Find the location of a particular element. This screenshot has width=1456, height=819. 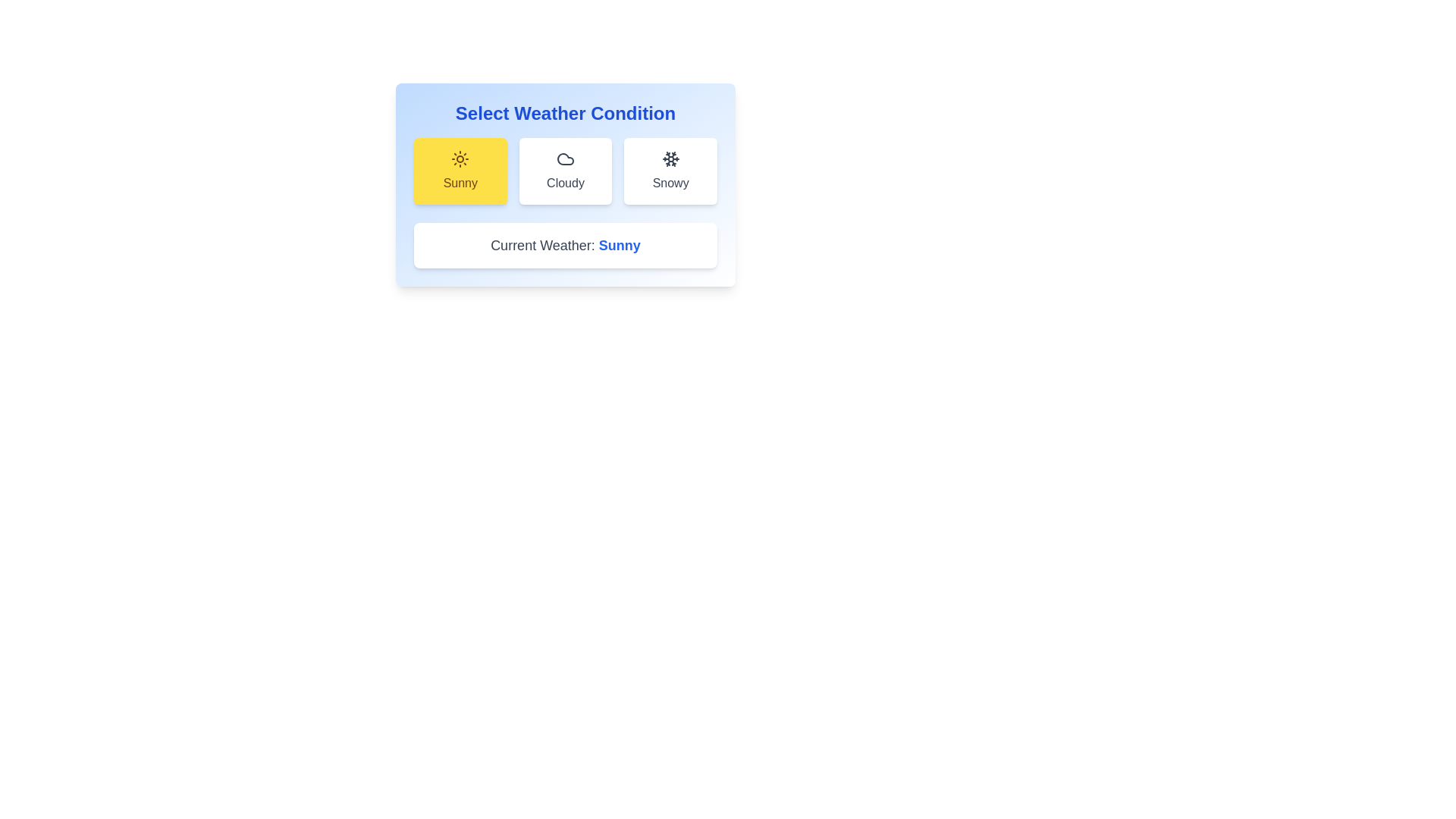

the inner shape of the cloud icon in the 'Cloudy' weather selection button, which is the second button from the left in the row of three buttons below the header text 'Select Weather Condition' is located at coordinates (564, 158).